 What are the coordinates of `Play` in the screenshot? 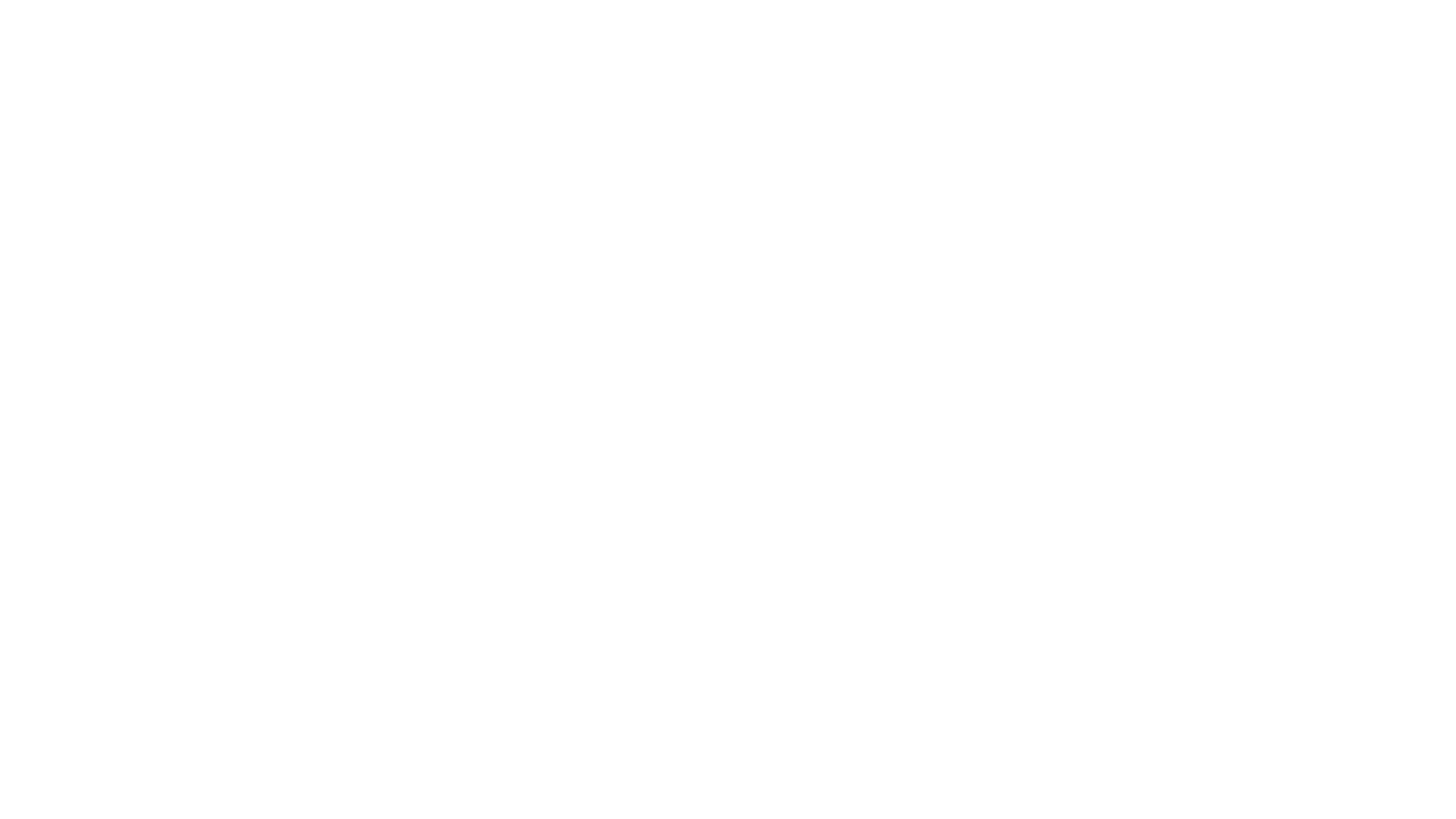 It's located at (654, 571).